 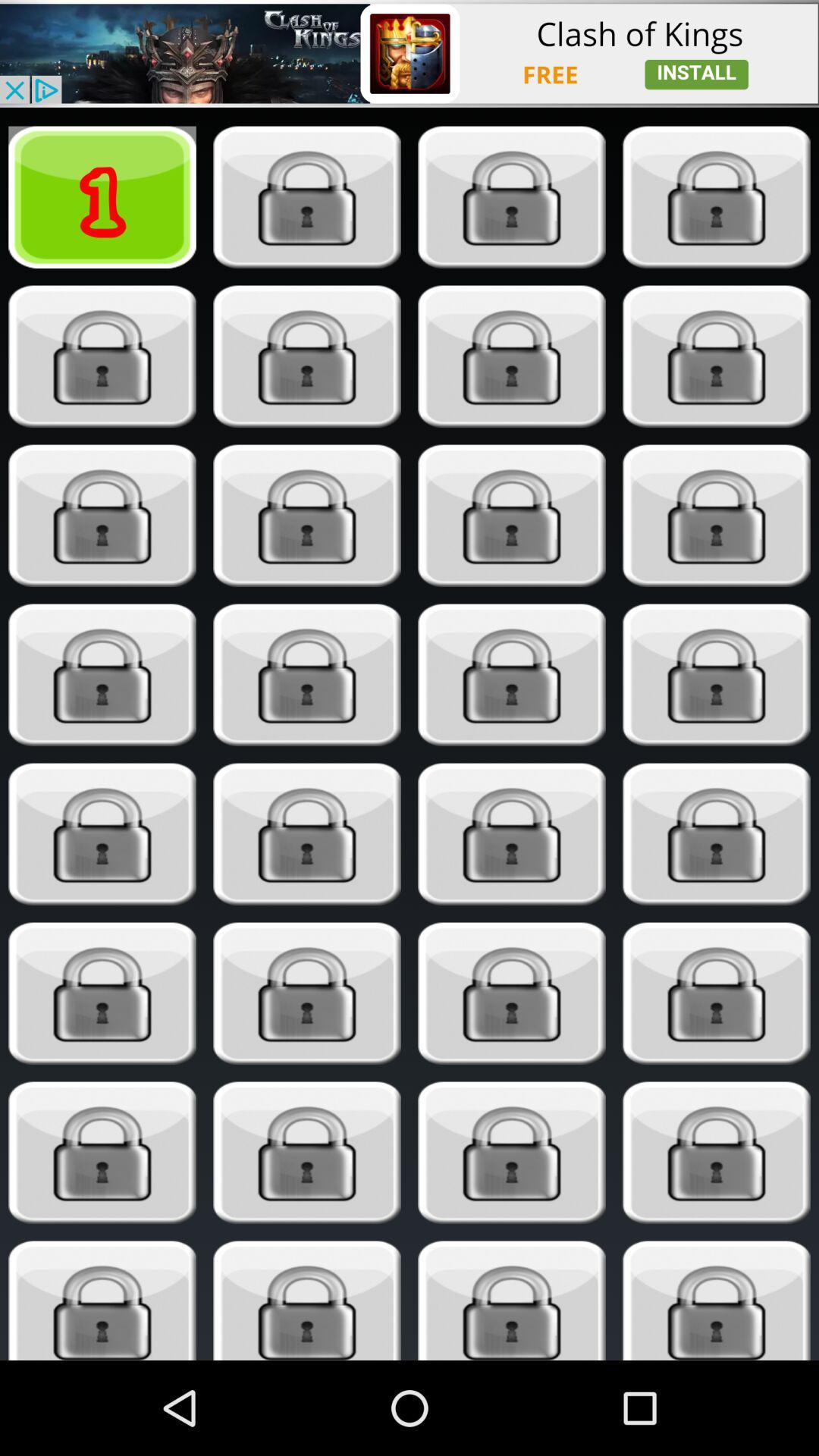 I want to click on unlock, so click(x=512, y=516).